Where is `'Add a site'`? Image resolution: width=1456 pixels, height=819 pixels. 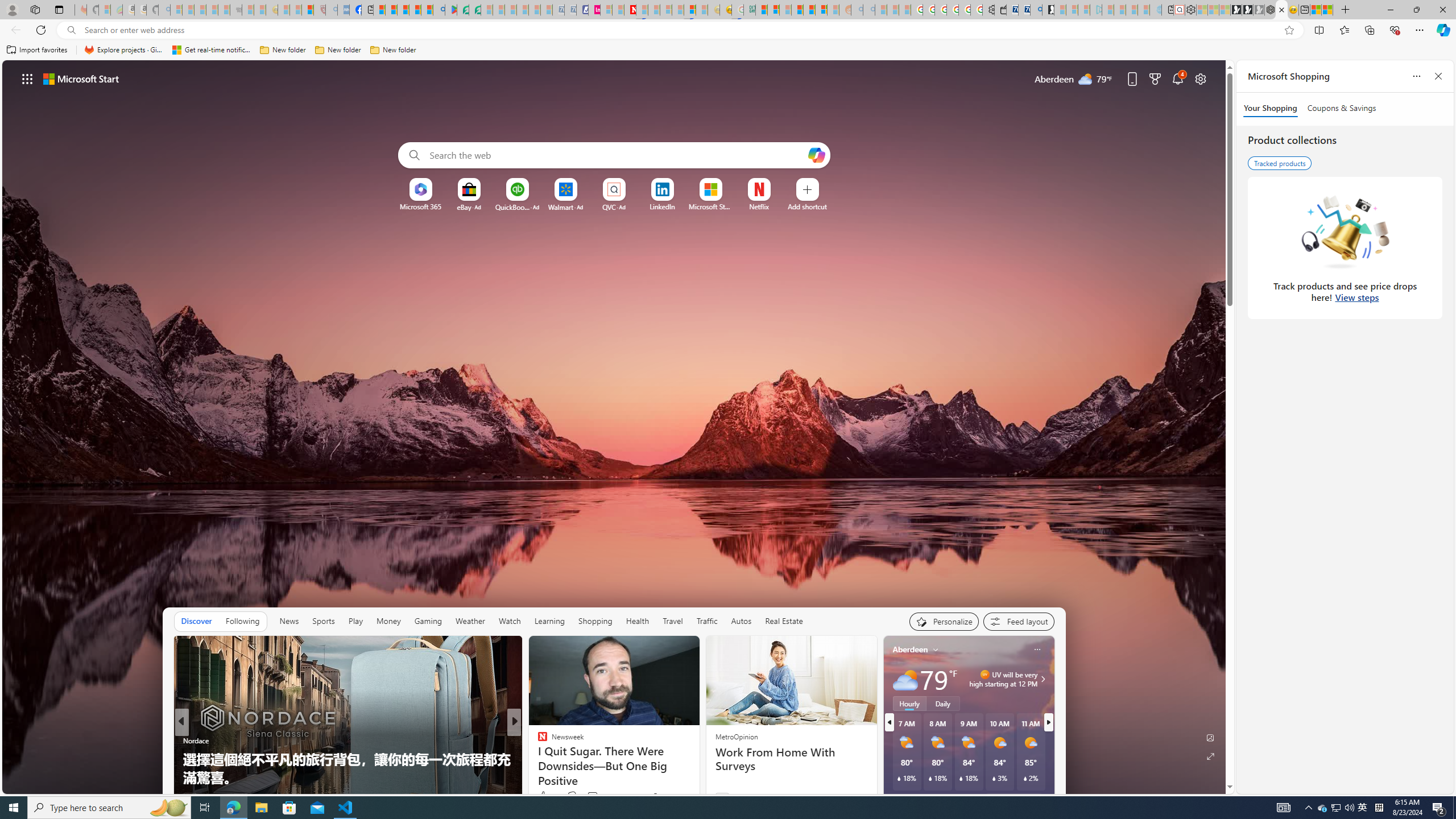 'Add a site' is located at coordinates (806, 206).